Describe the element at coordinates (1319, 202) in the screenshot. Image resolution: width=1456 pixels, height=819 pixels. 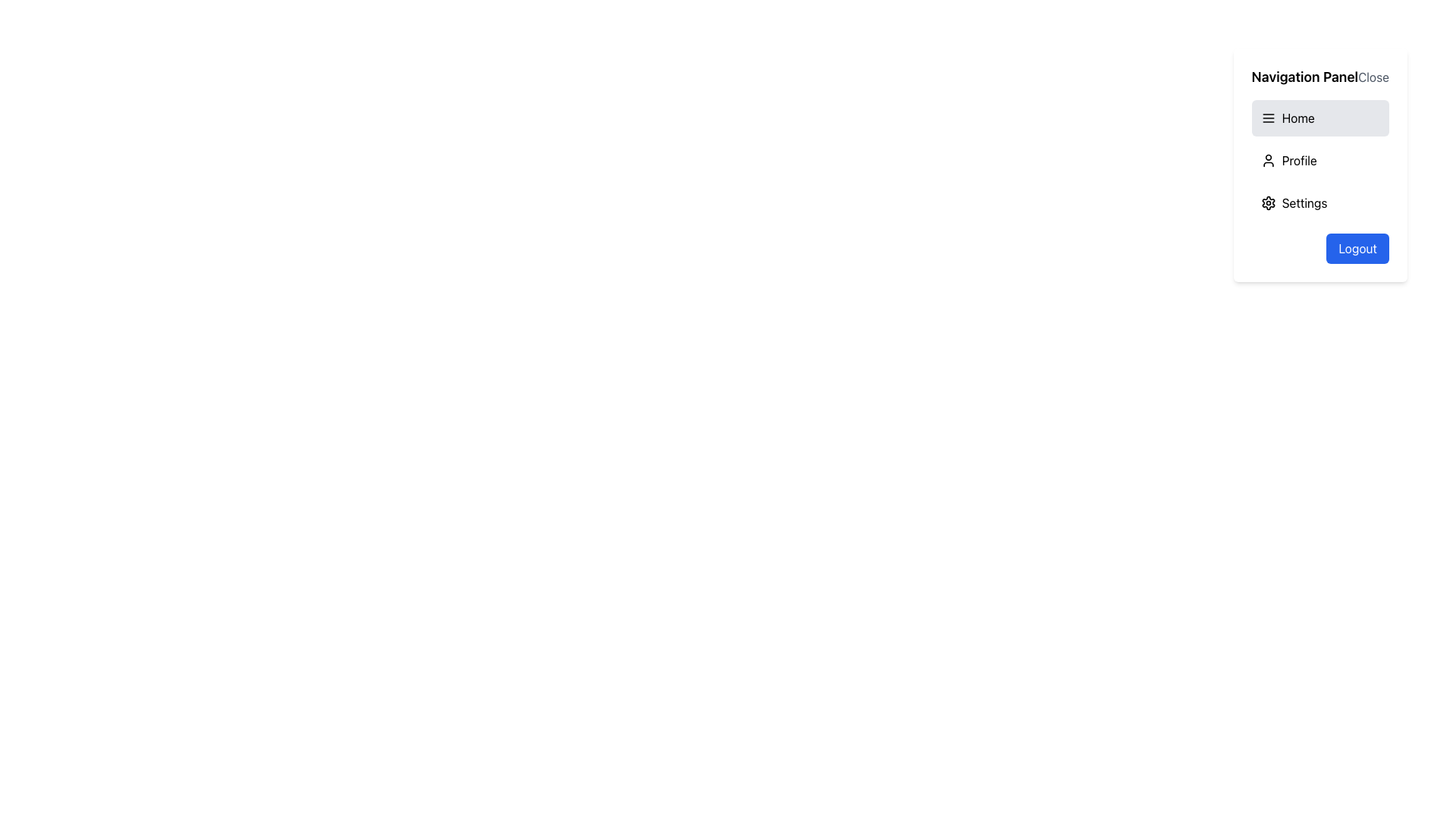
I see `the navigation button located in the sidebar panel, which is the third item in the list` at that location.